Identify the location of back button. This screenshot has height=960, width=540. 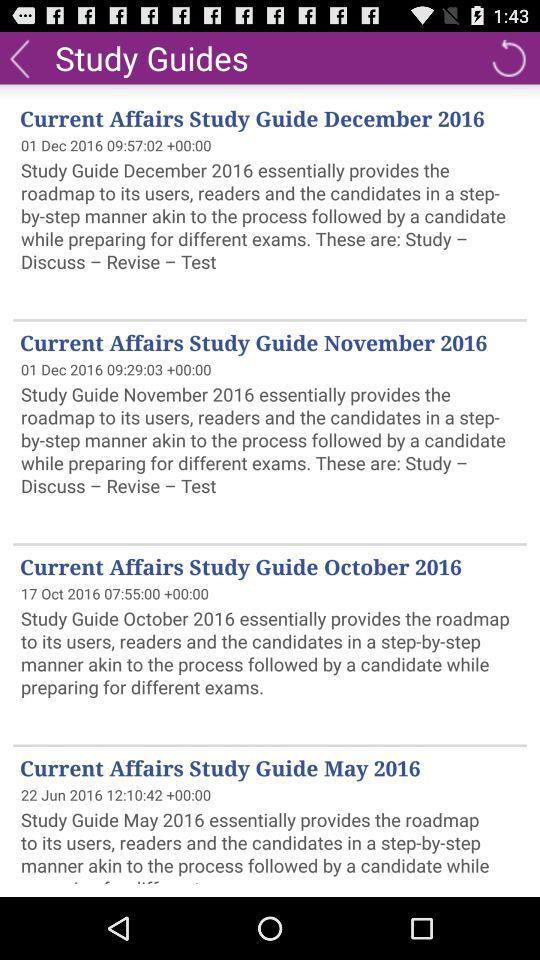
(18, 56).